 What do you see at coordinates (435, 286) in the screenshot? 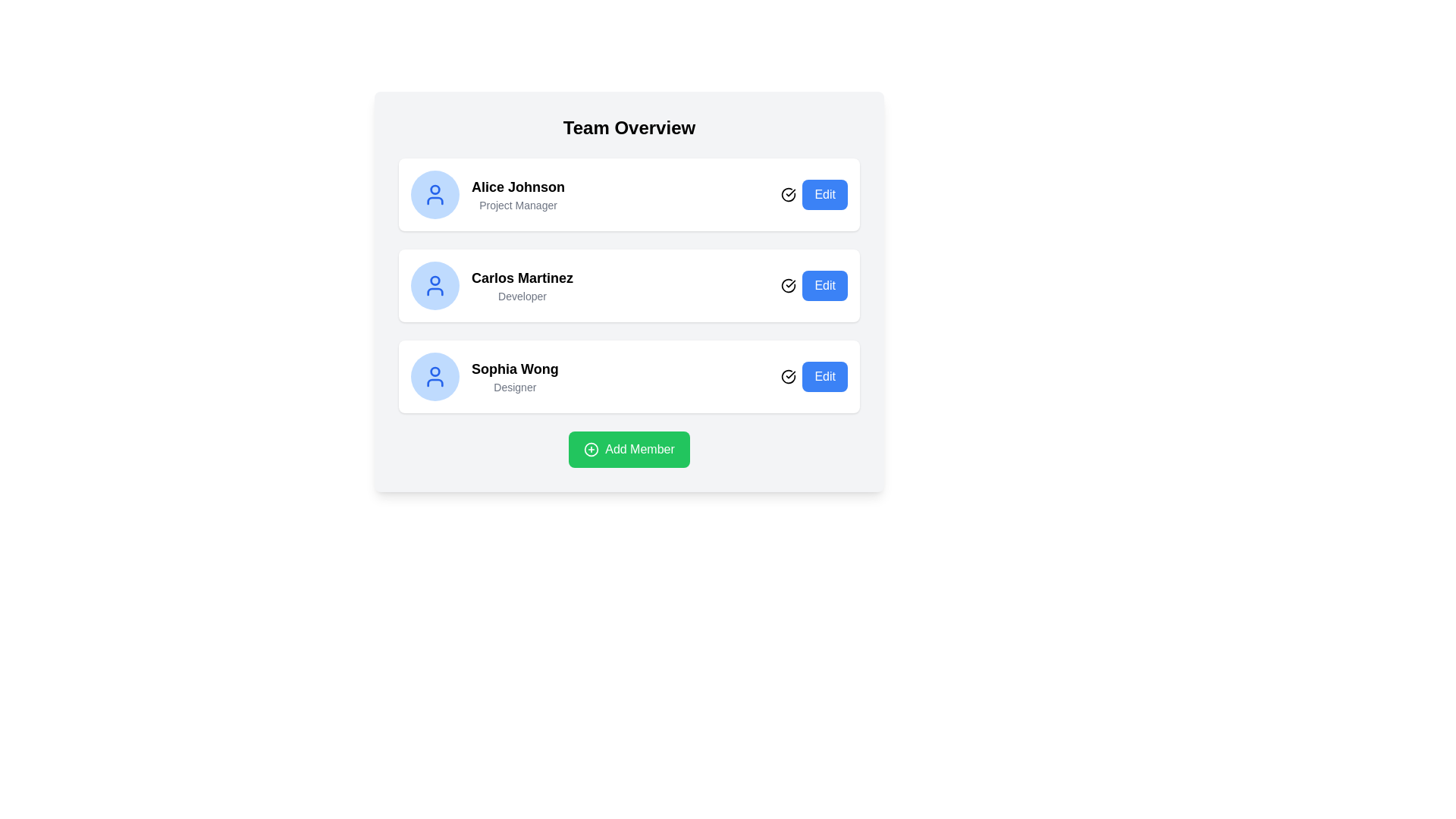
I see `the user profile icon next to the name 'Carlos Martinez' in the middle row of the user profiles list` at bounding box center [435, 286].